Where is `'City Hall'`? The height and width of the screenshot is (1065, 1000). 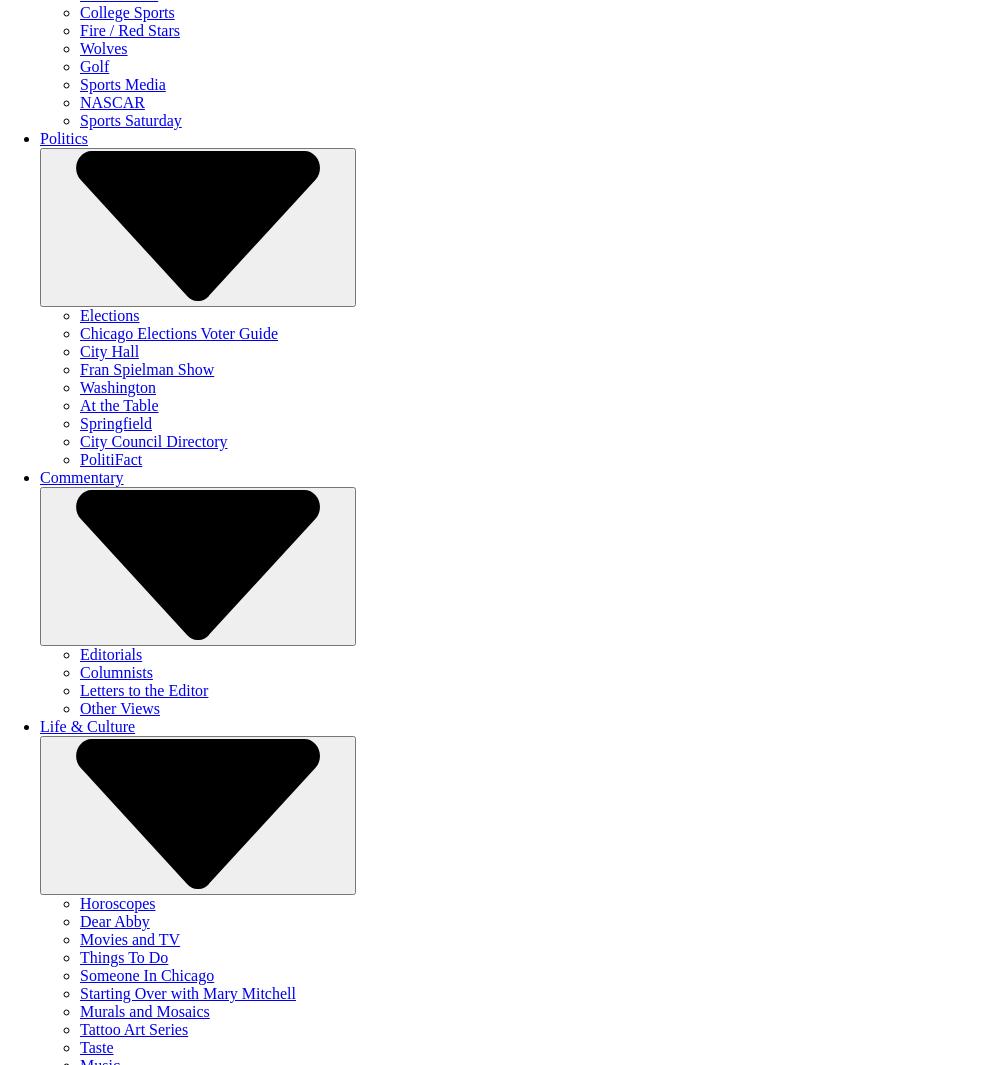 'City Hall' is located at coordinates (108, 350).